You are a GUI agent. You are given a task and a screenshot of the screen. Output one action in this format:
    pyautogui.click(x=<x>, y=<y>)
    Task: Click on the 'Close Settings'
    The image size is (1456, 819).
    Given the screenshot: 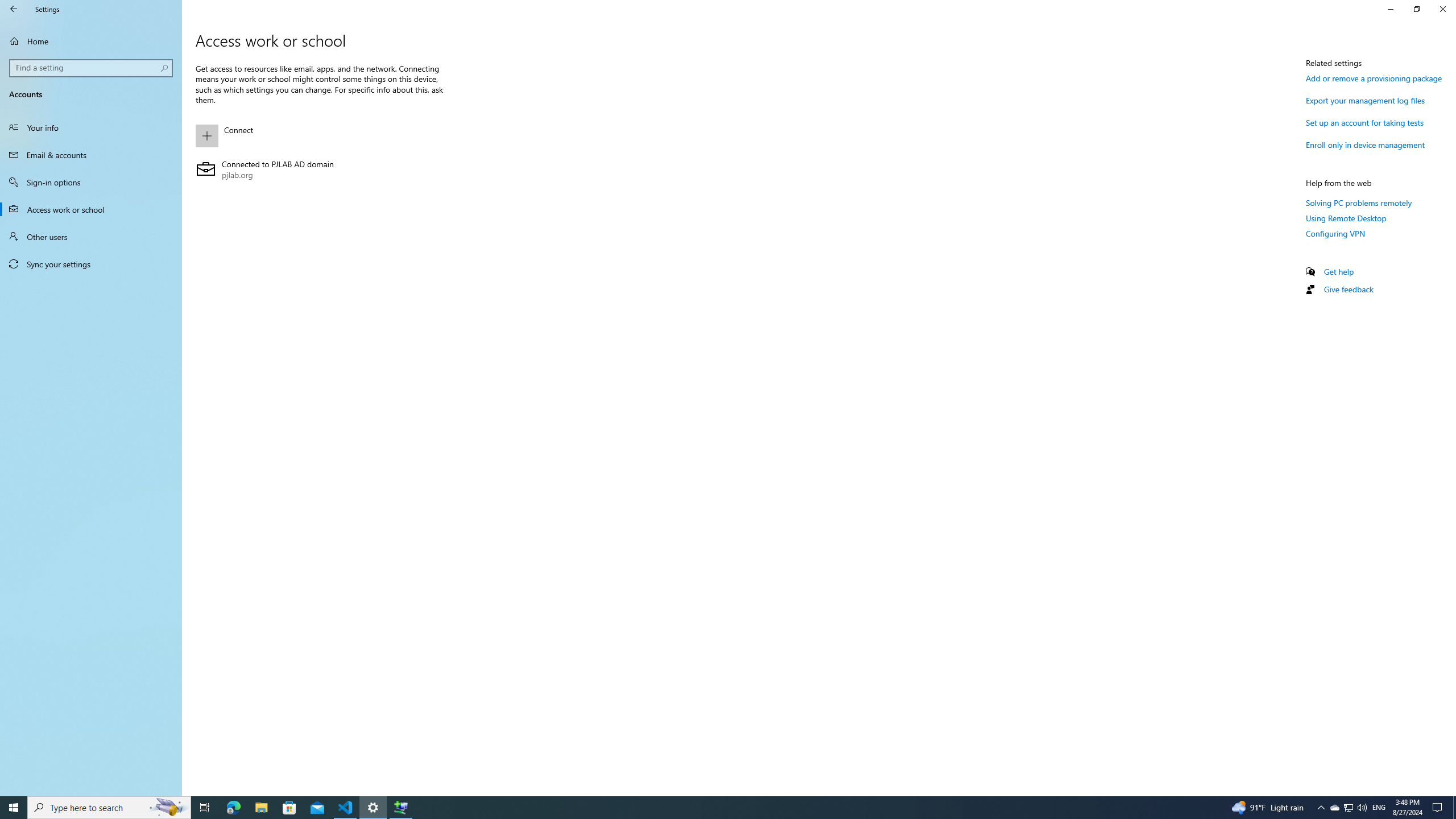 What is the action you would take?
    pyautogui.click(x=1442, y=9)
    